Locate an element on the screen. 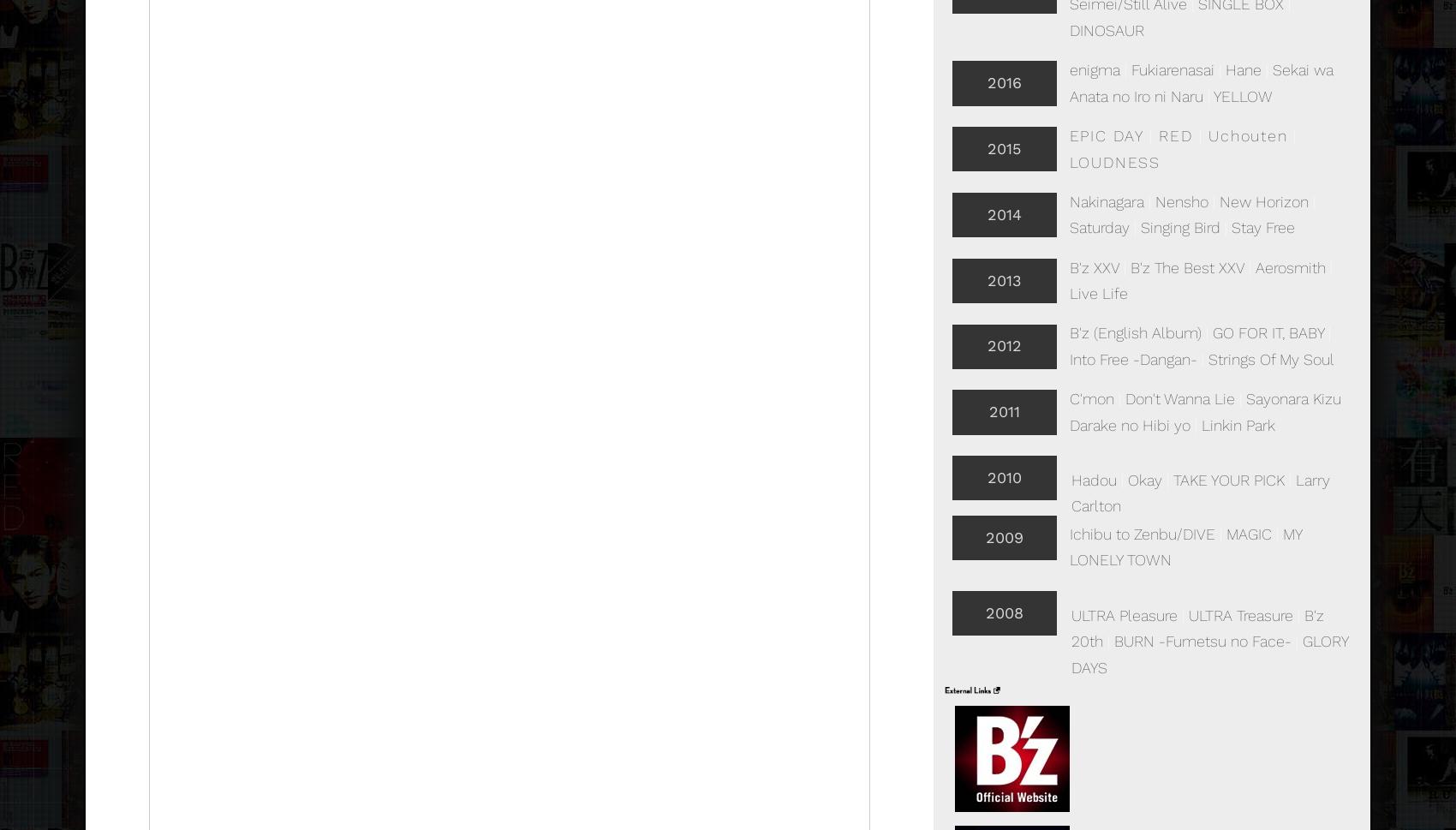  'Stay Free' is located at coordinates (1262, 227).